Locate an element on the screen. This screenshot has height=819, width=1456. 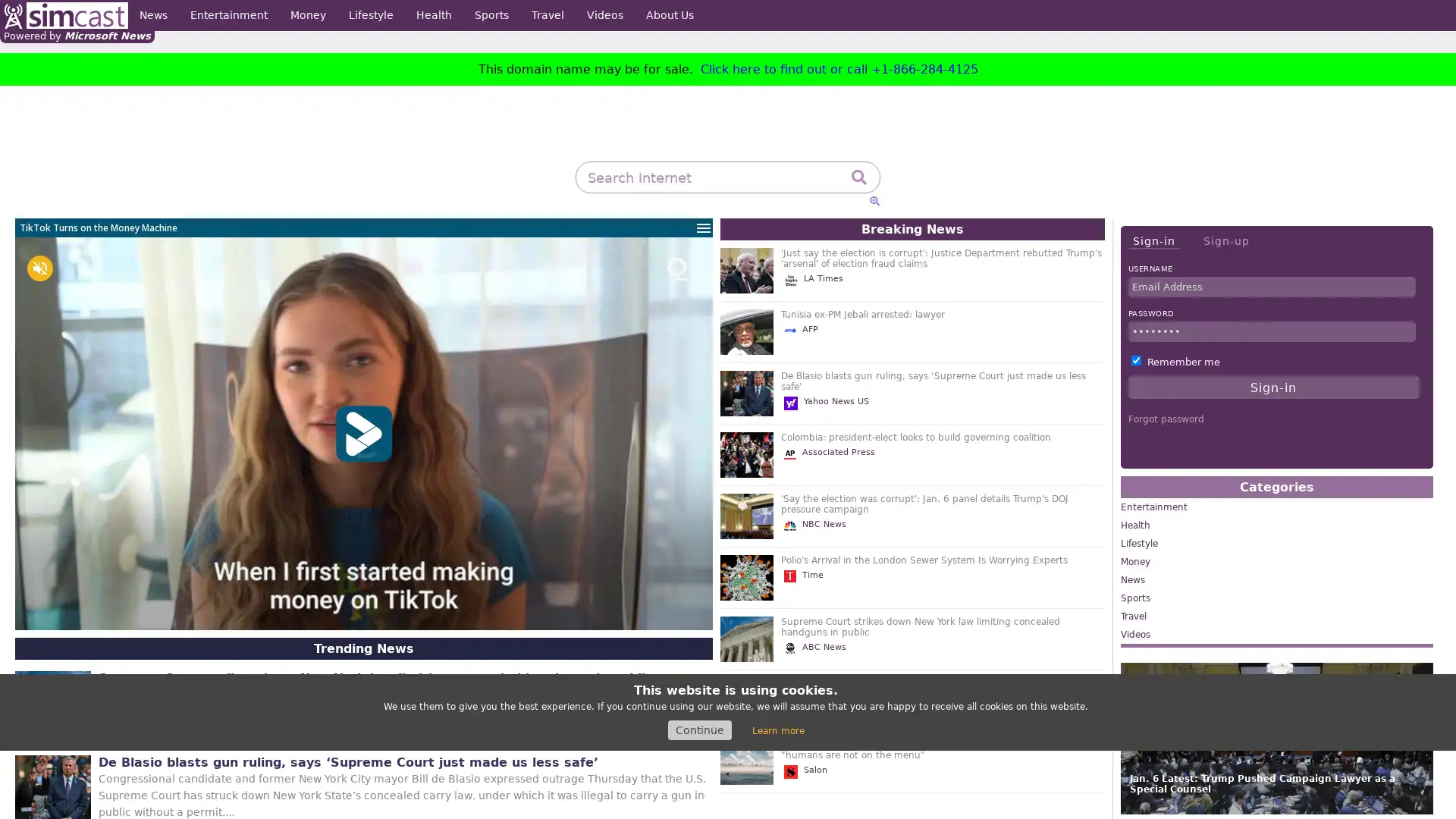
Sign-in is located at coordinates (1273, 386).